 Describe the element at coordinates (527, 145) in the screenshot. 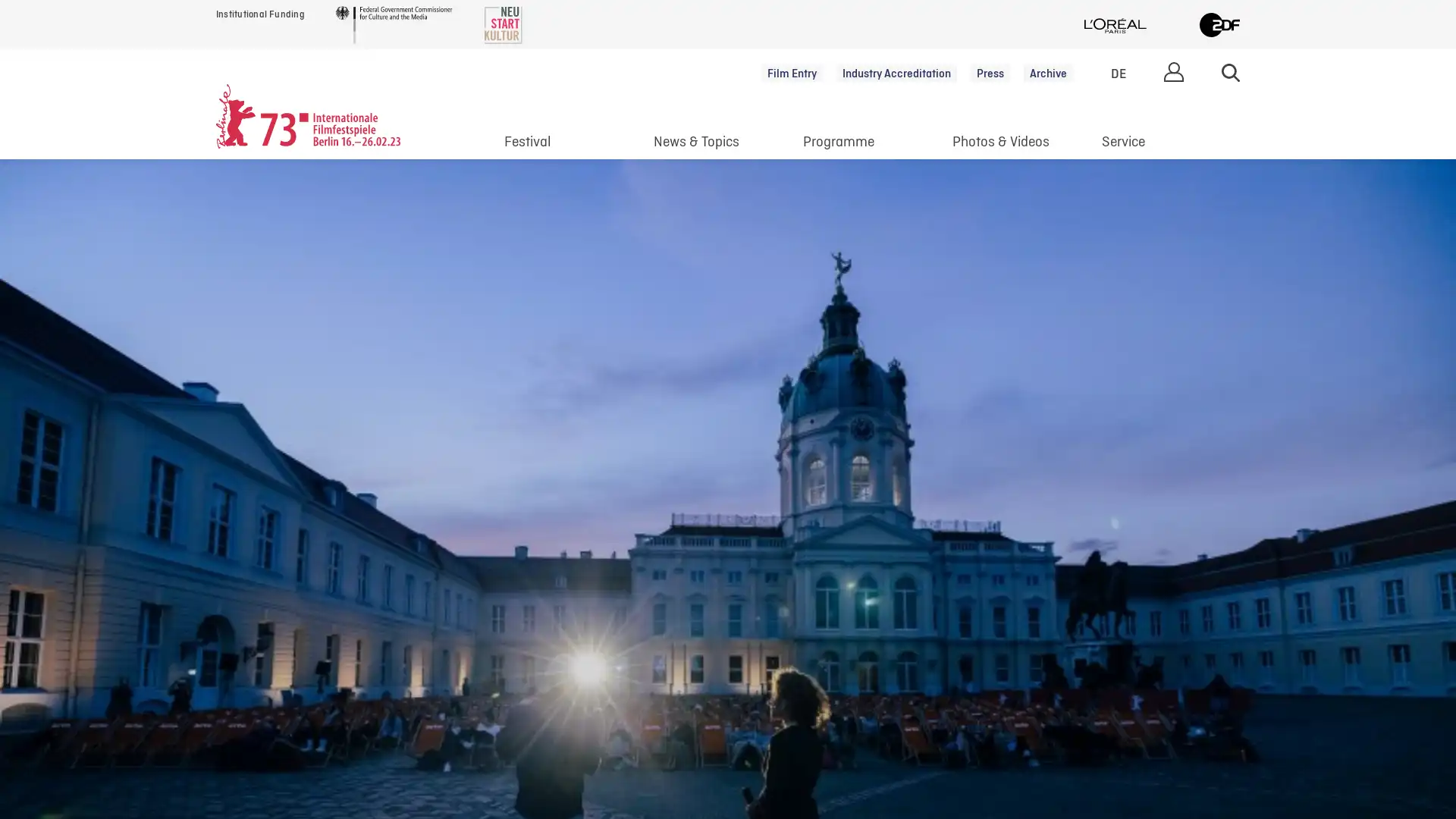

I see `Festival` at that location.